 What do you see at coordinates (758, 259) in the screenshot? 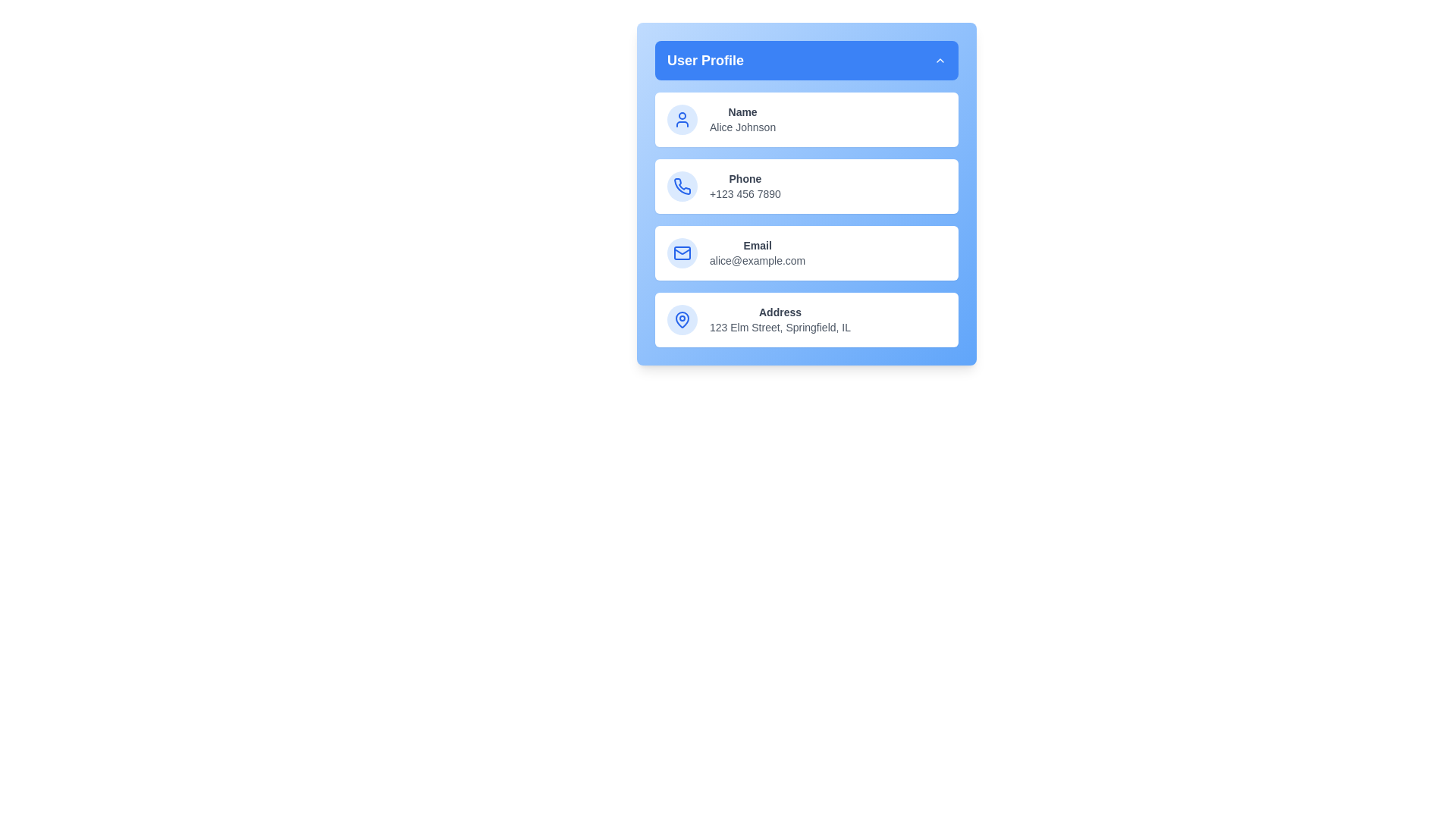
I see `the user's email address display in the user profile interface, located under the 'Email' label` at bounding box center [758, 259].